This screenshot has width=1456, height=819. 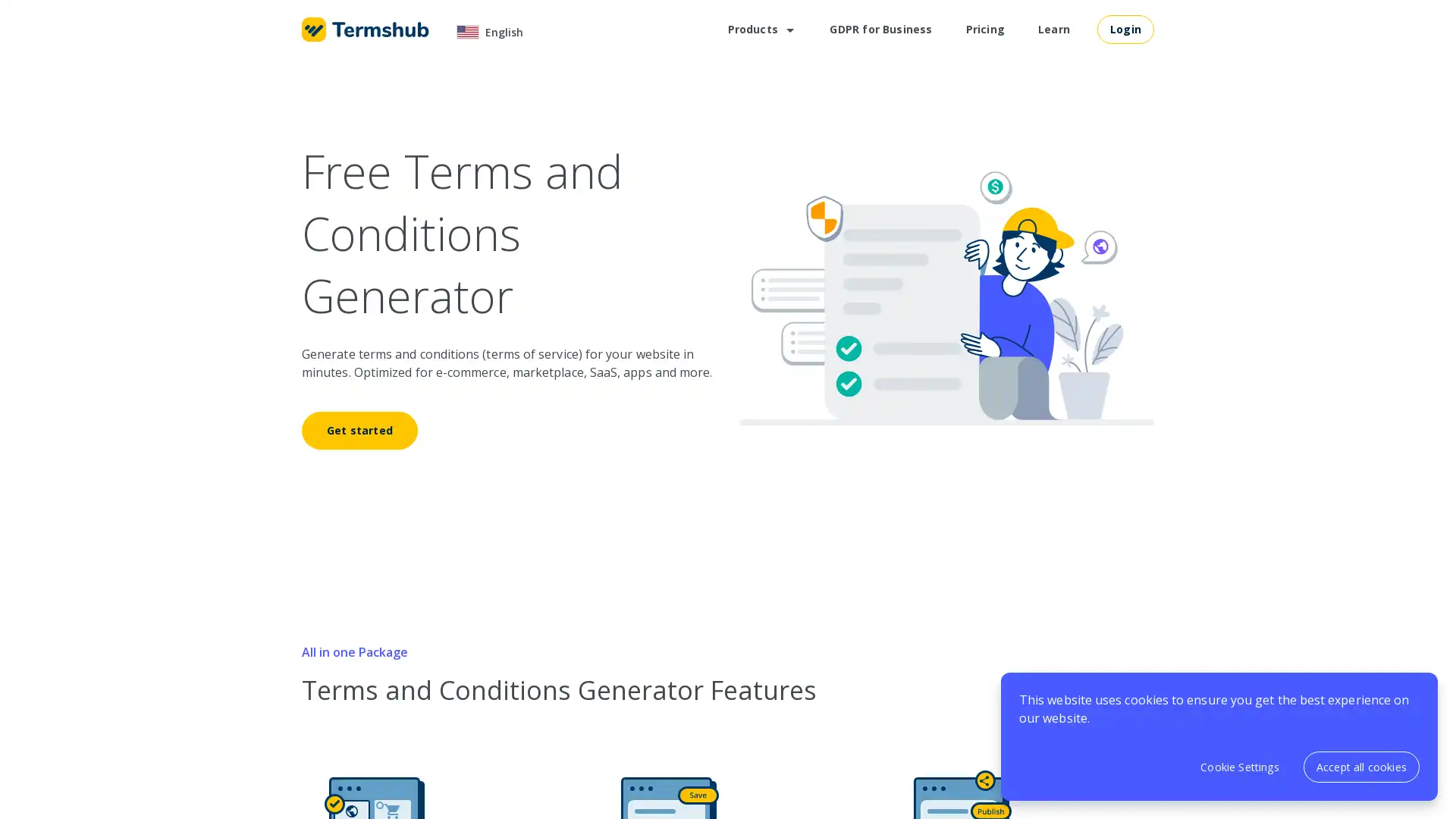 What do you see at coordinates (359, 430) in the screenshot?
I see `Get started` at bounding box center [359, 430].